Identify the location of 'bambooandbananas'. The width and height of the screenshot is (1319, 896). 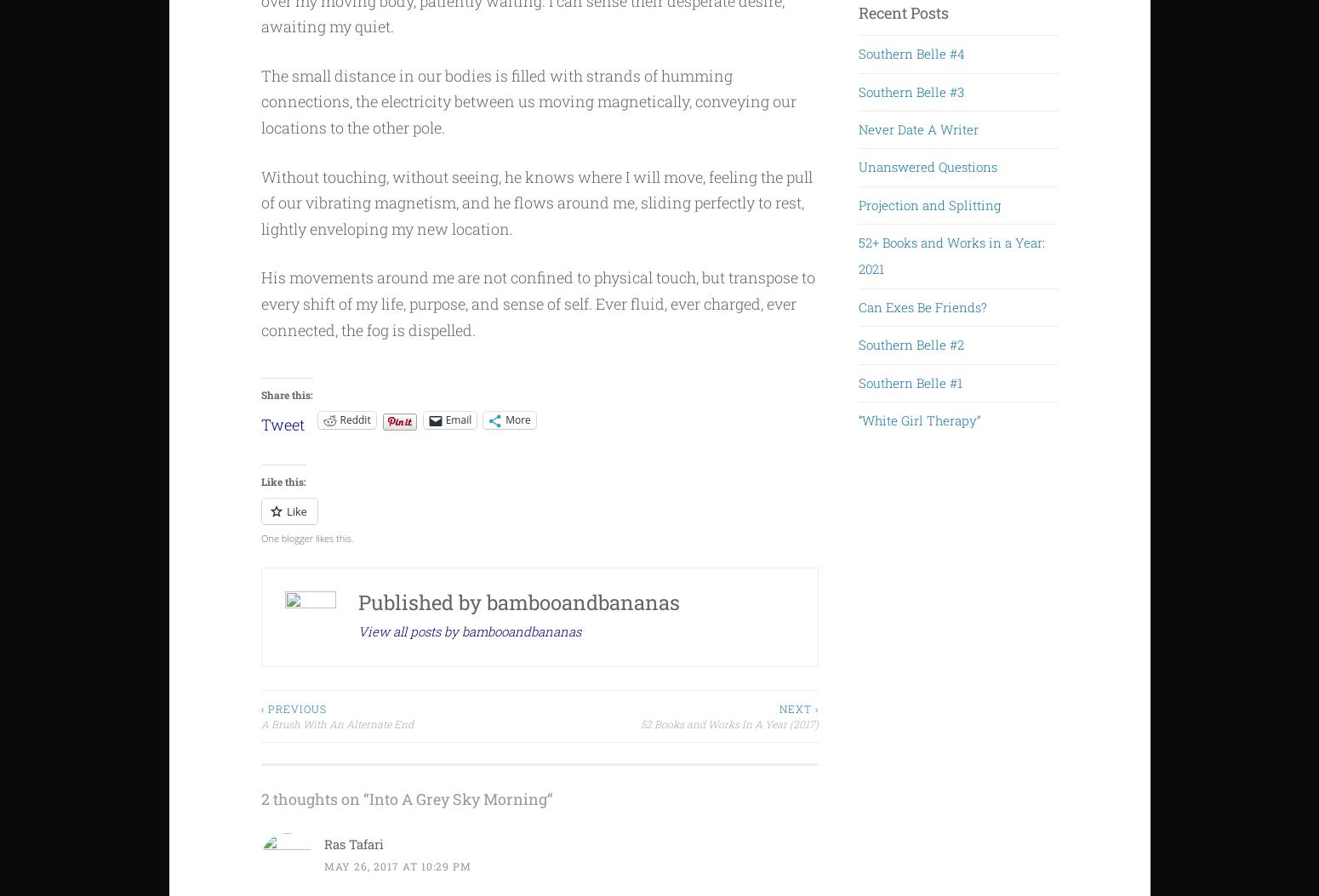
(486, 601).